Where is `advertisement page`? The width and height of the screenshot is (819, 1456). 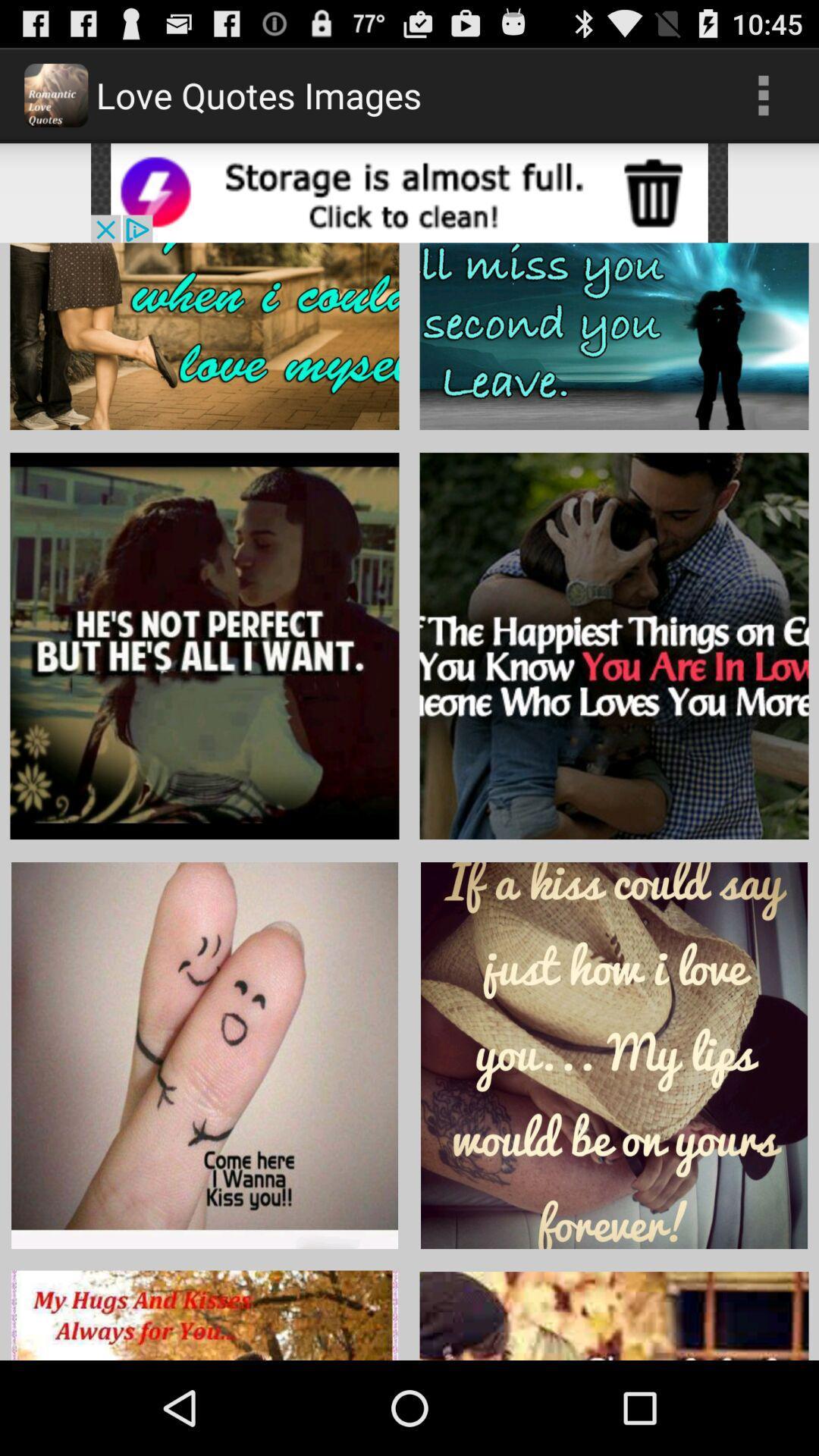 advertisement page is located at coordinates (409, 192).